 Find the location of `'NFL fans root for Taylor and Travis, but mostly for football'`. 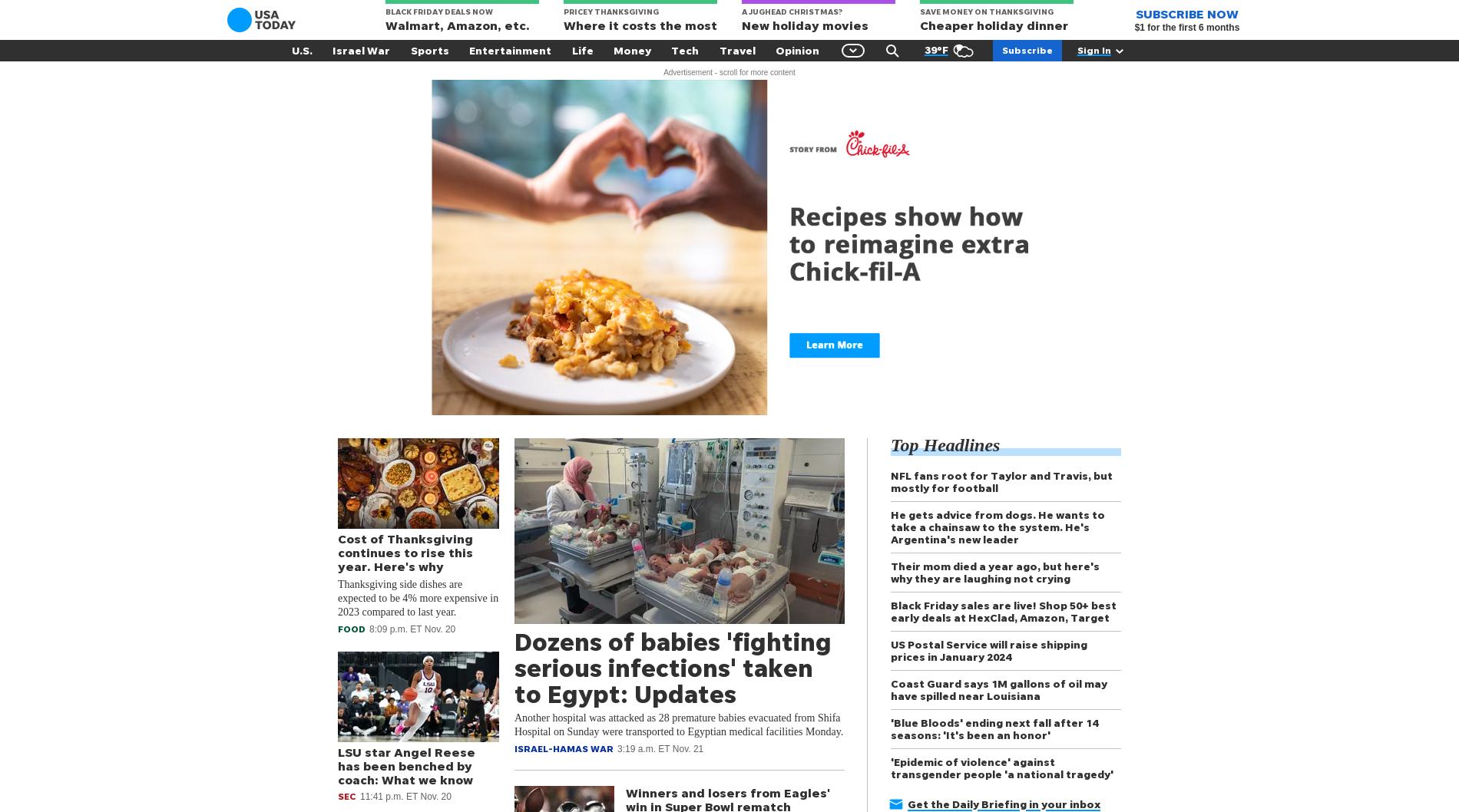

'NFL fans root for Taylor and Travis, but mostly for football' is located at coordinates (1001, 480).